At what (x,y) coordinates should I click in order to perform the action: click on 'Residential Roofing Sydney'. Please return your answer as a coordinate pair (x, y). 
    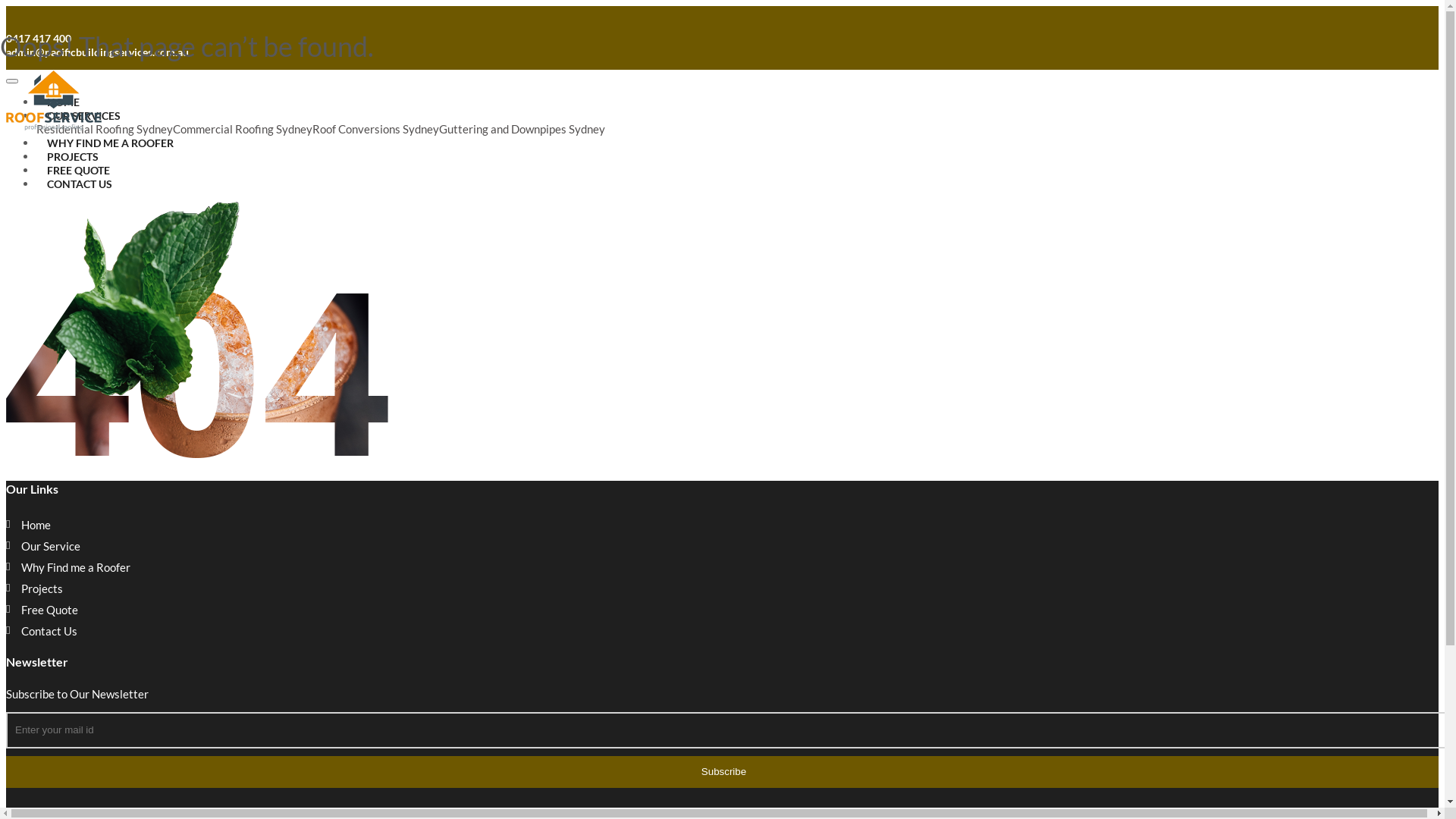
    Looking at the image, I should click on (104, 127).